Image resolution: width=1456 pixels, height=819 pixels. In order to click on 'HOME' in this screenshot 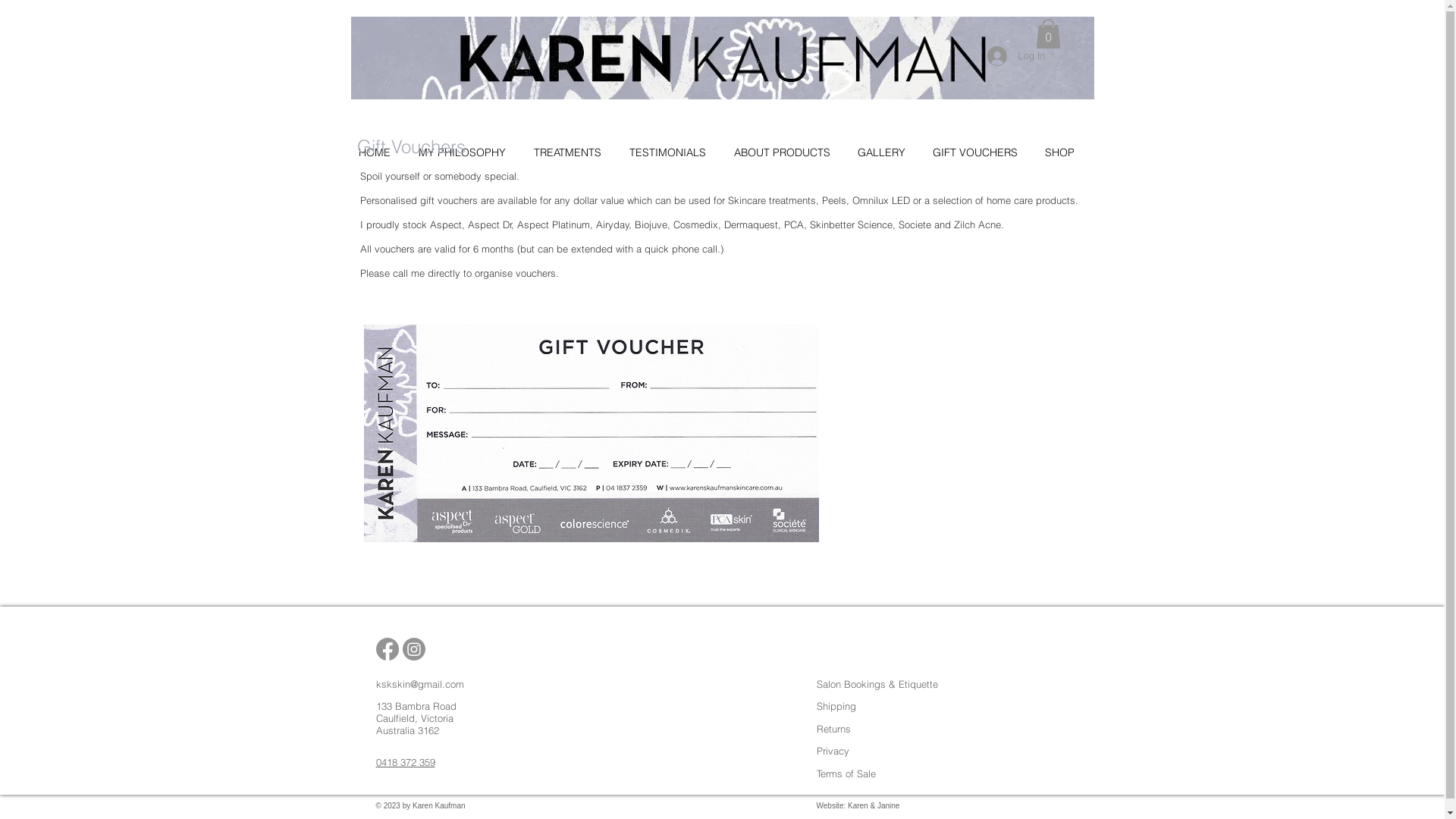, I will do `click(380, 152)`.